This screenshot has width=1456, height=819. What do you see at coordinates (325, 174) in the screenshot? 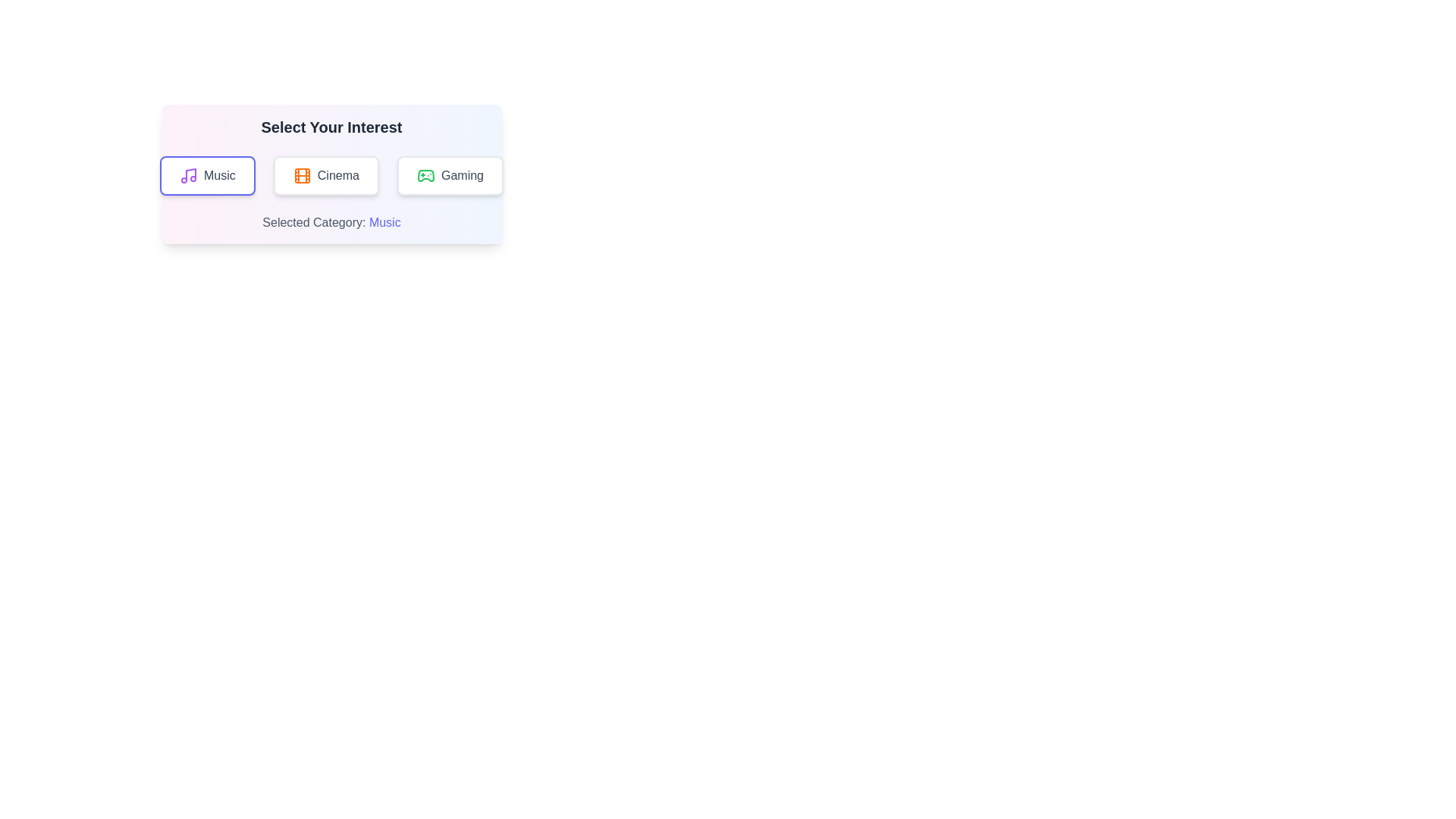
I see `the button labeled Cinema to view its hover effect` at bounding box center [325, 174].